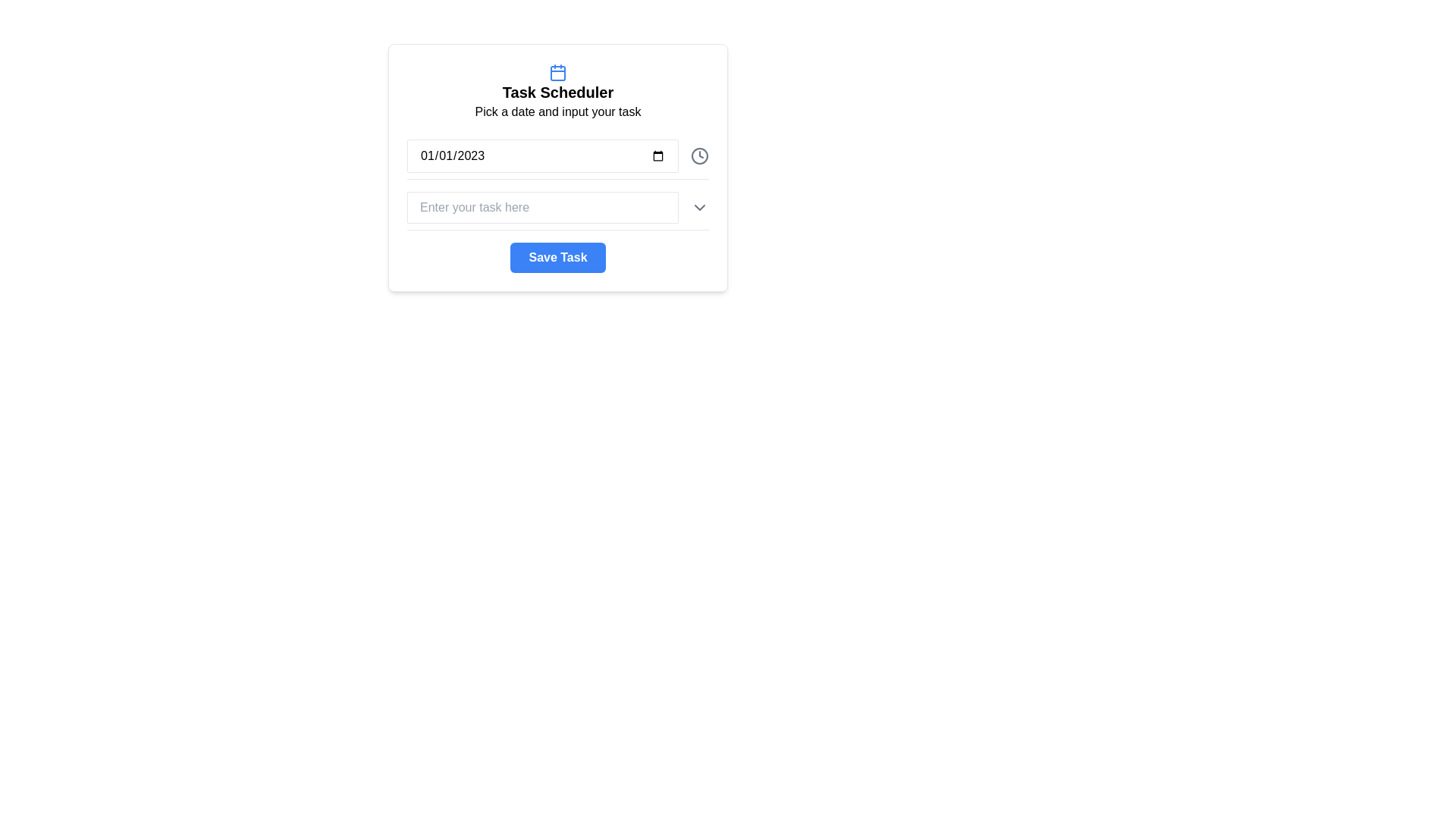 This screenshot has width=1456, height=819. I want to click on the central circle of the clock icon, which is part of the SVG graphic representation of the clock face, so click(698, 155).